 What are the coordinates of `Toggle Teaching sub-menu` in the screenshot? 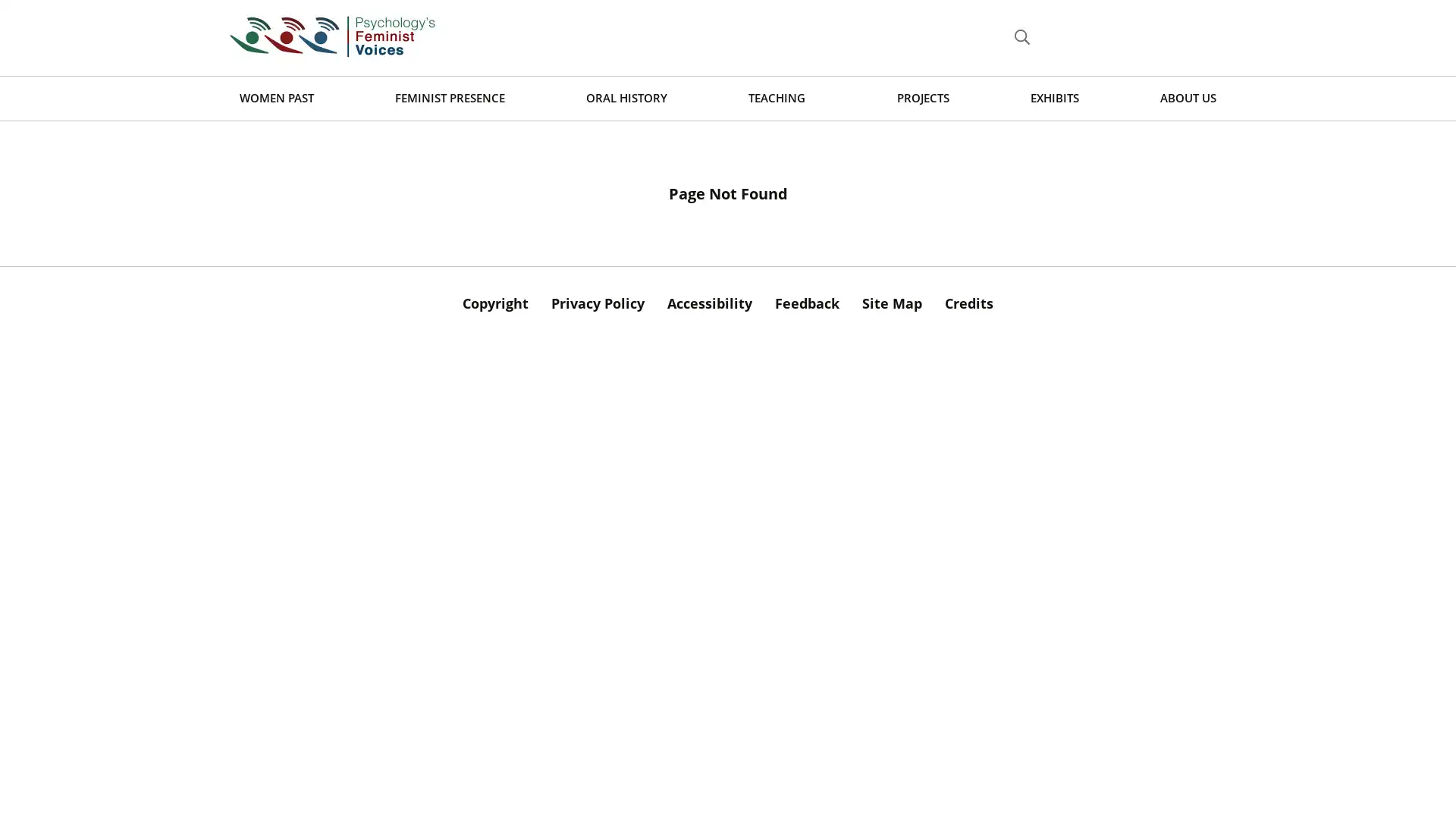 It's located at (817, 98).